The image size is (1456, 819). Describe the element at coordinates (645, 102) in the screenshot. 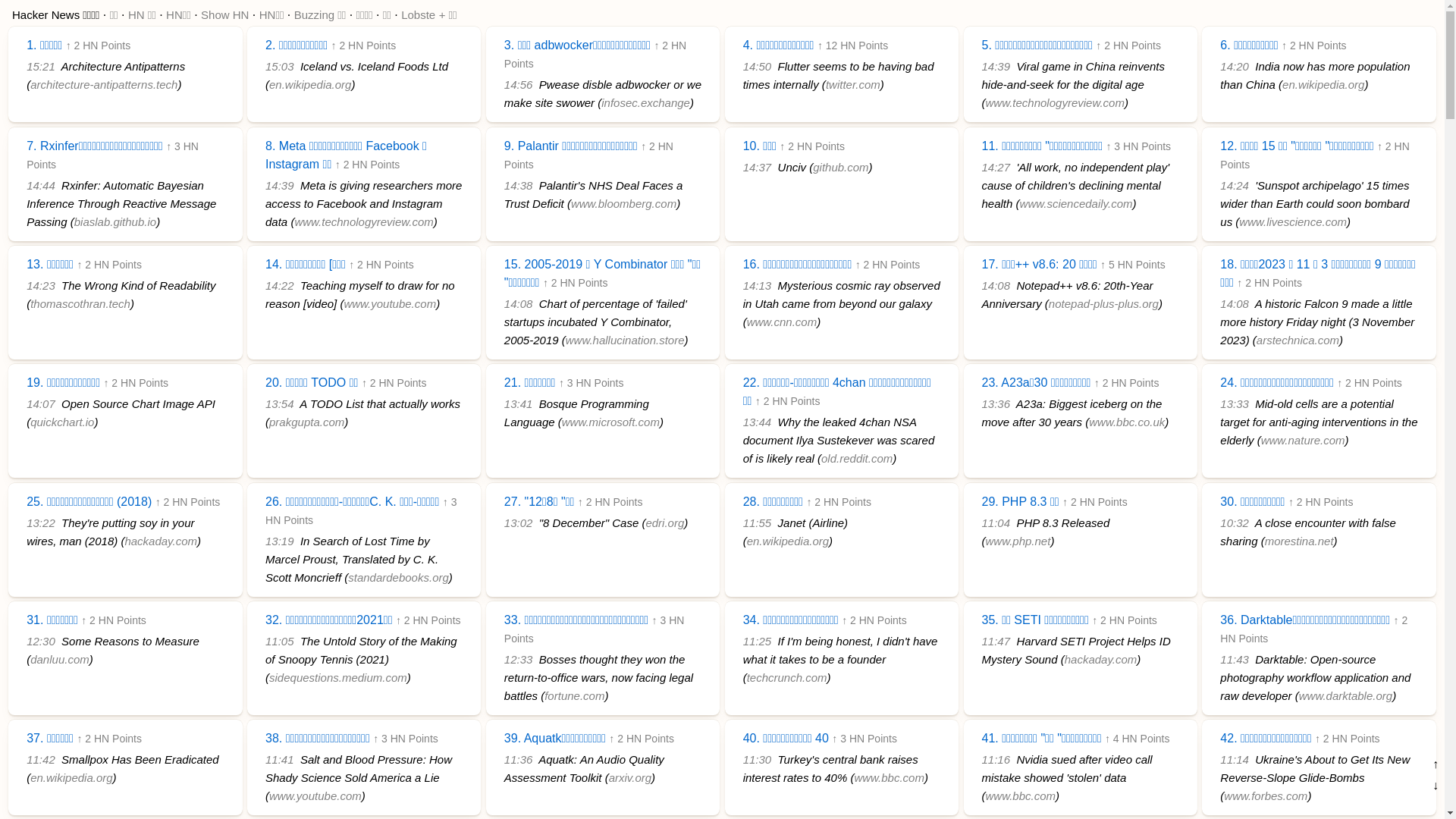

I see `'infosec.exchange'` at that location.